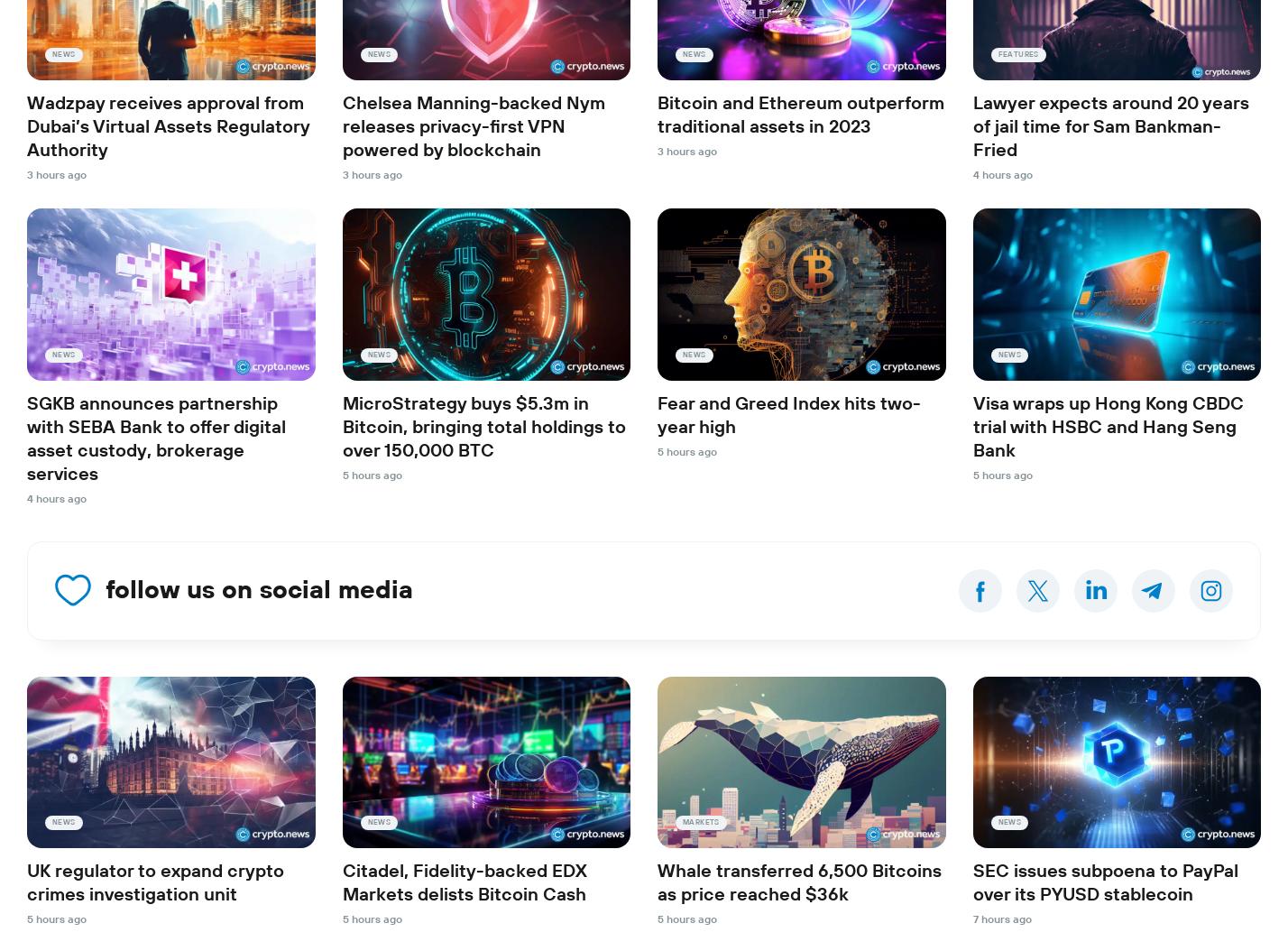 The image size is (1288, 951). Describe the element at coordinates (473, 127) in the screenshot. I see `'Chelsea Manning-backed Nym releases privacy-first VPN powered by blockchain'` at that location.